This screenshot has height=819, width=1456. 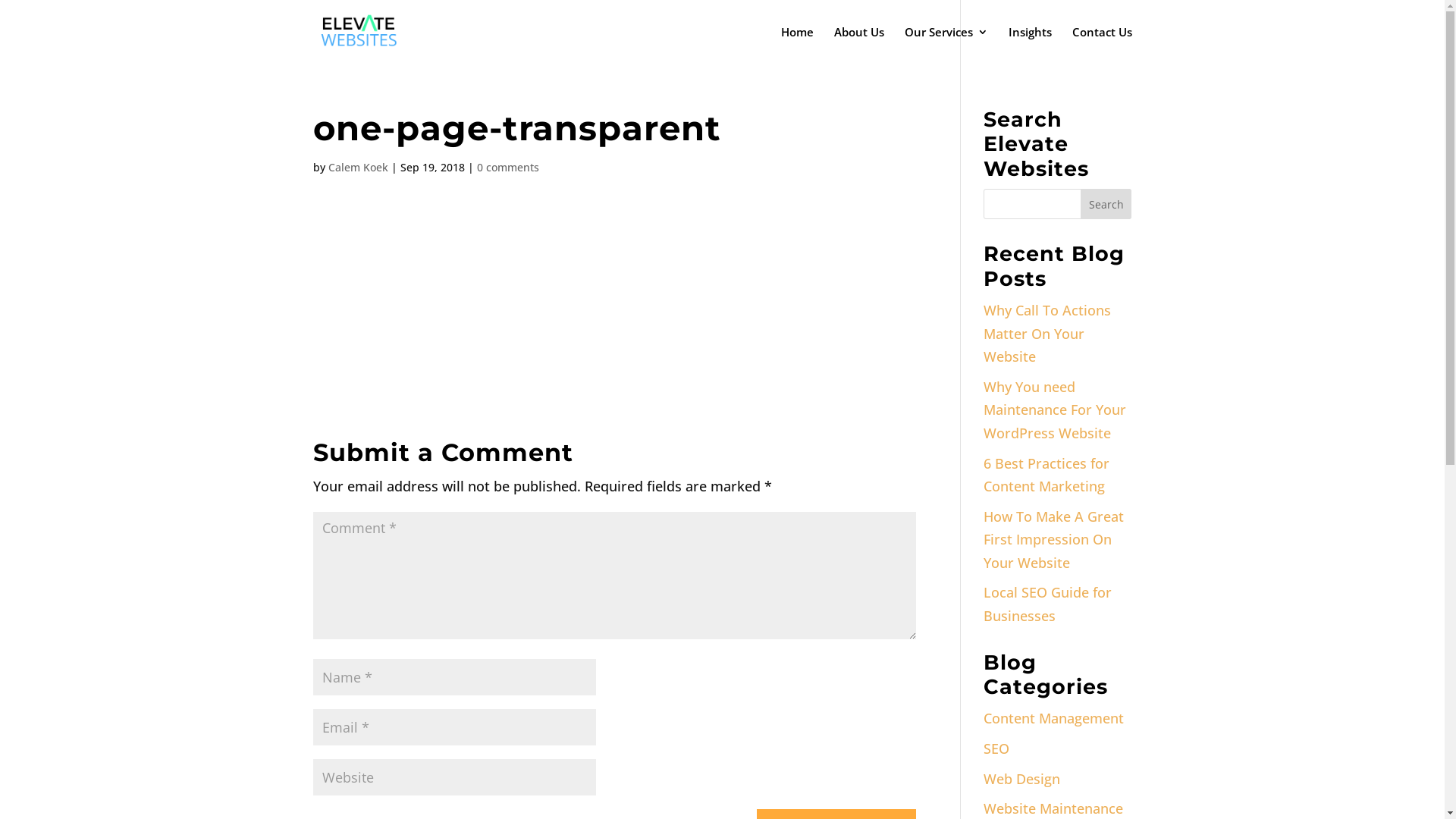 I want to click on 'Why Call To Actions Matter On Your Website', so click(x=1046, y=332).